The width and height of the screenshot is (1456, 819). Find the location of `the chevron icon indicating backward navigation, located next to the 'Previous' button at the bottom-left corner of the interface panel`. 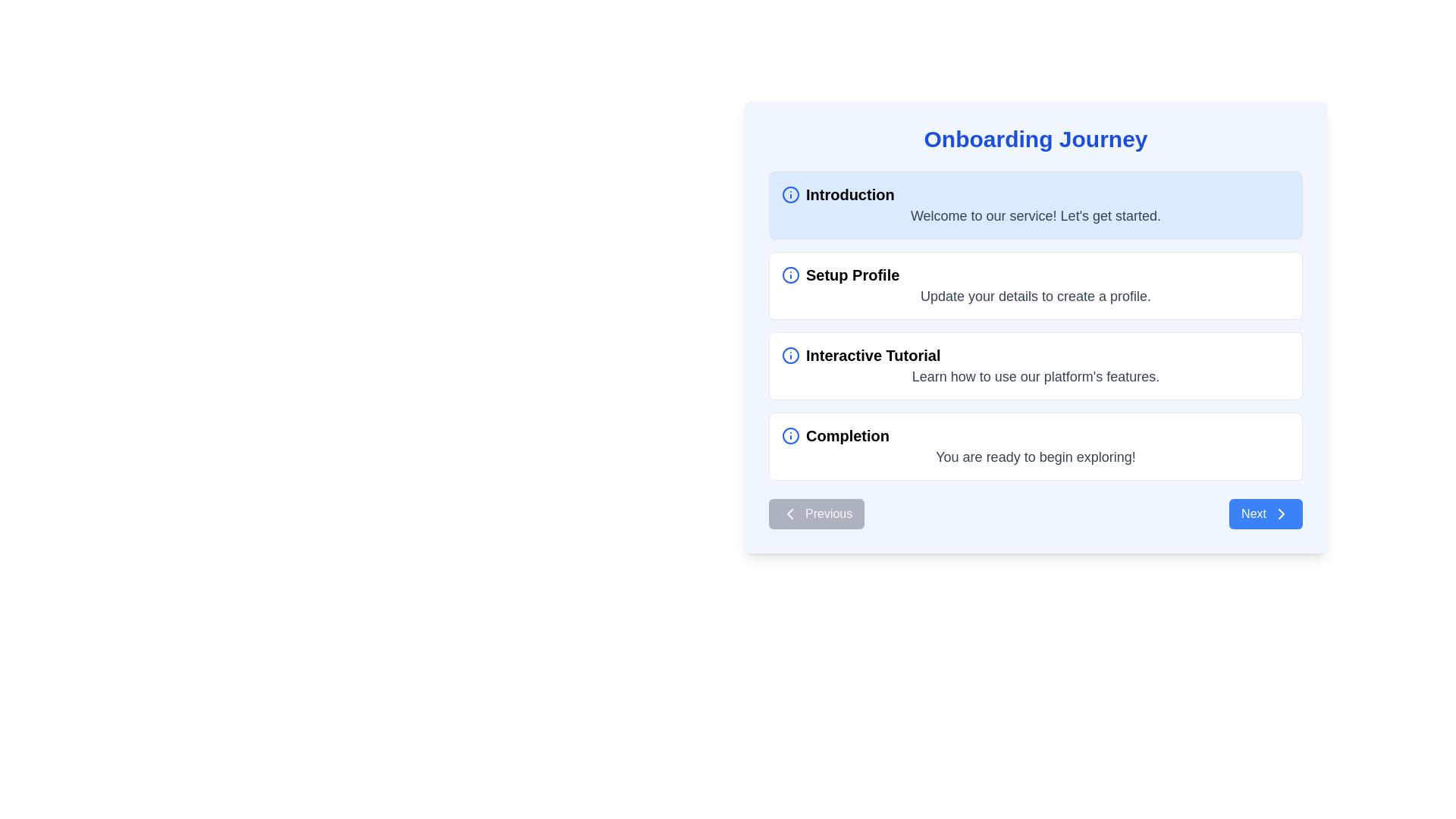

the chevron icon indicating backward navigation, located next to the 'Previous' button at the bottom-left corner of the interface panel is located at coordinates (789, 513).